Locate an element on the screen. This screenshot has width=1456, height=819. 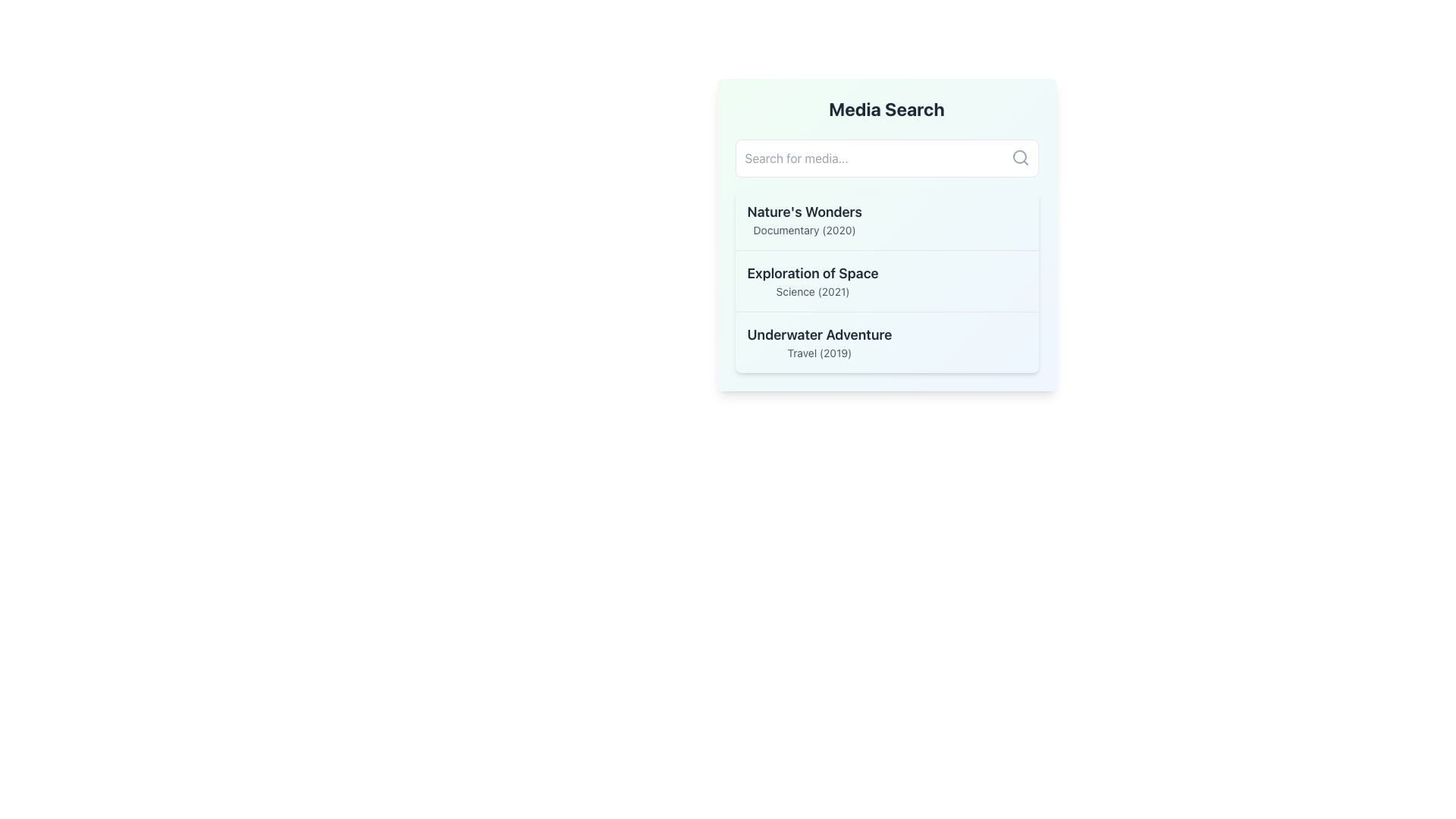
the third item in the media search list, which is likely titled 'Underwater Adventure' is located at coordinates (886, 342).